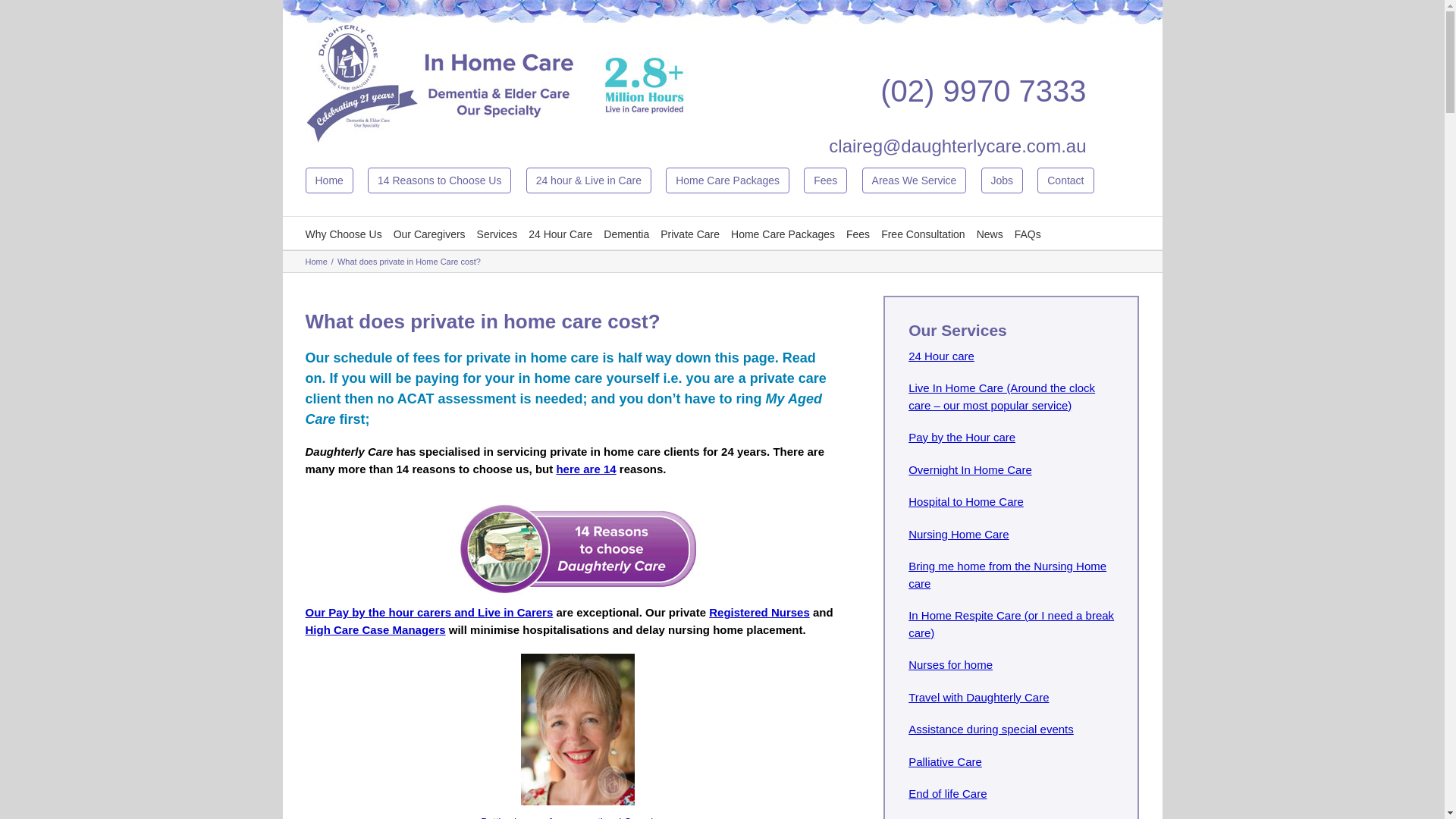  Describe the element at coordinates (978, 696) in the screenshot. I see `'Travel with Daughterly Care'` at that location.